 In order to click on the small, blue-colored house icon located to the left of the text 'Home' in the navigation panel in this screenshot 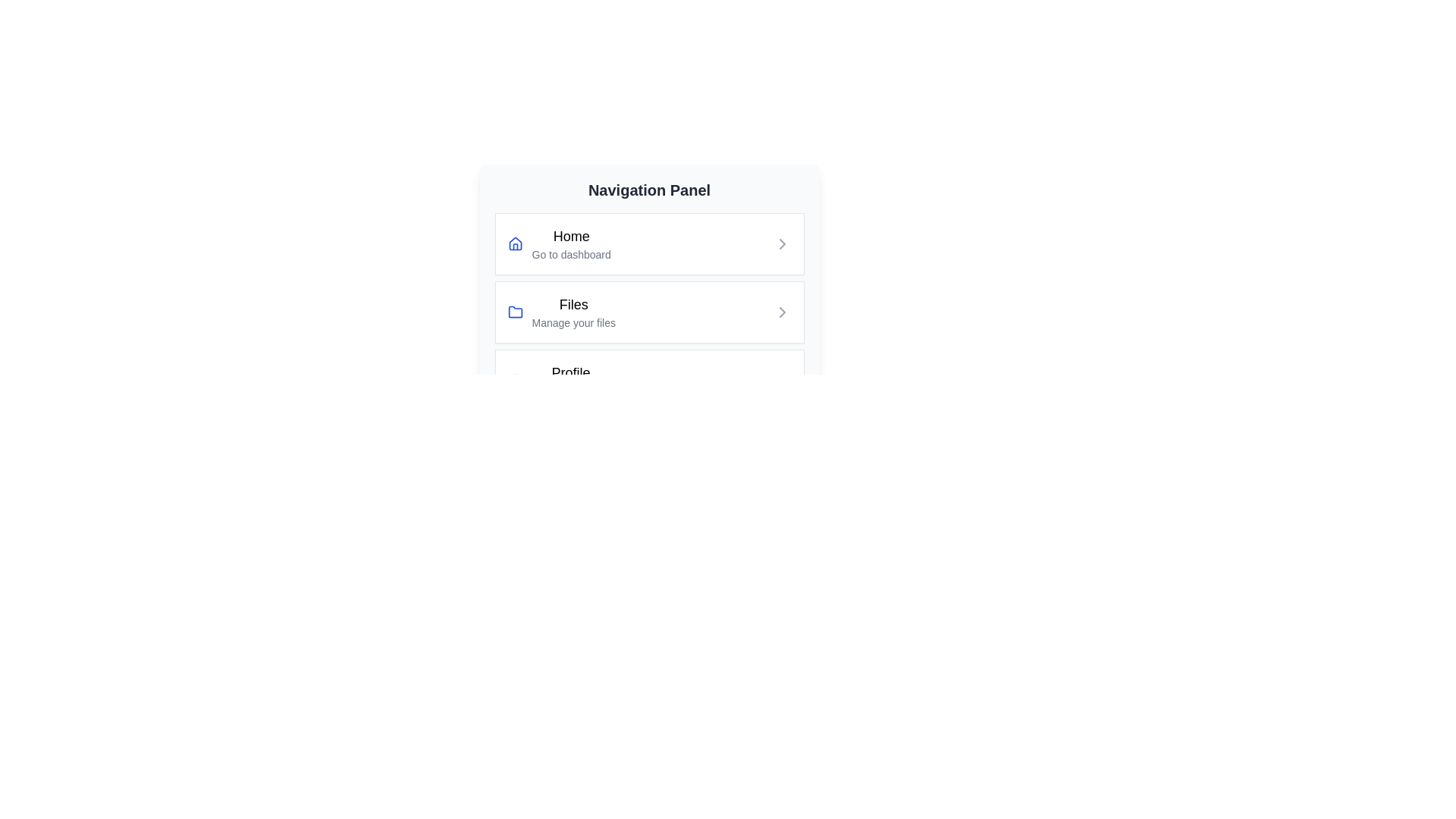, I will do `click(515, 243)`.